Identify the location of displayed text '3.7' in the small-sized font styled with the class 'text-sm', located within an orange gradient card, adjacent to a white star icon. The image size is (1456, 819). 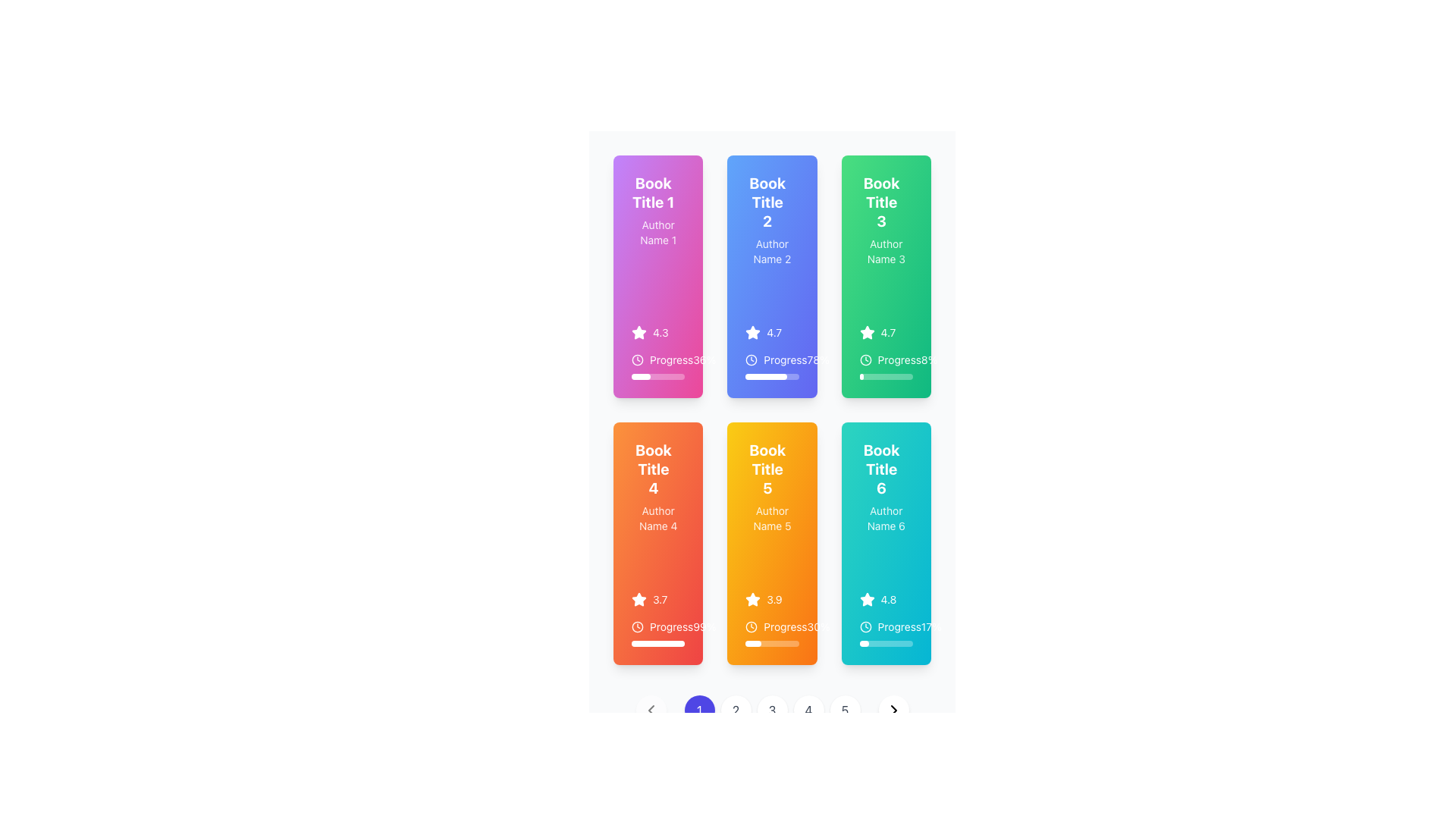
(660, 598).